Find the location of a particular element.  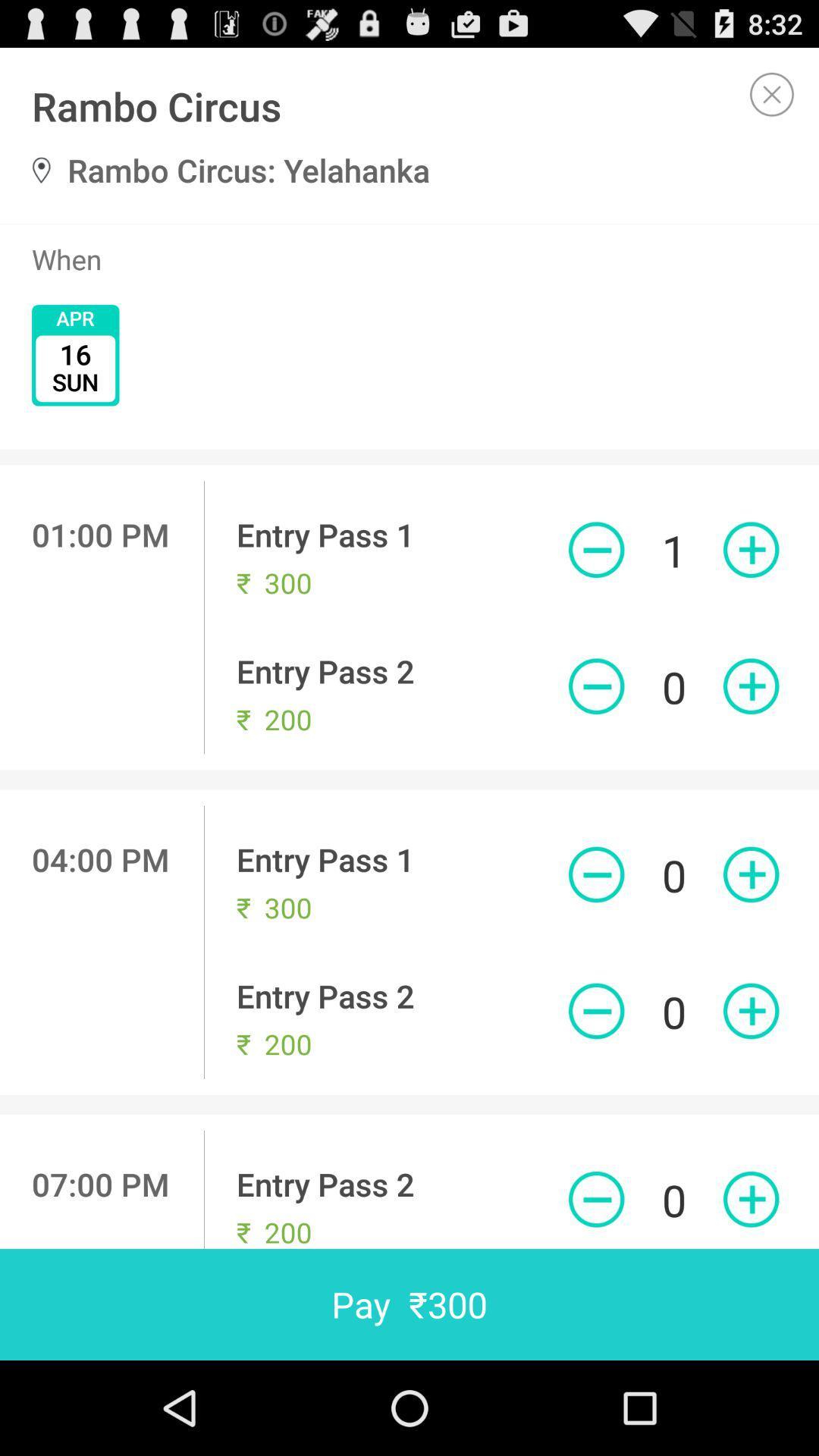

current screen is located at coordinates (772, 93).